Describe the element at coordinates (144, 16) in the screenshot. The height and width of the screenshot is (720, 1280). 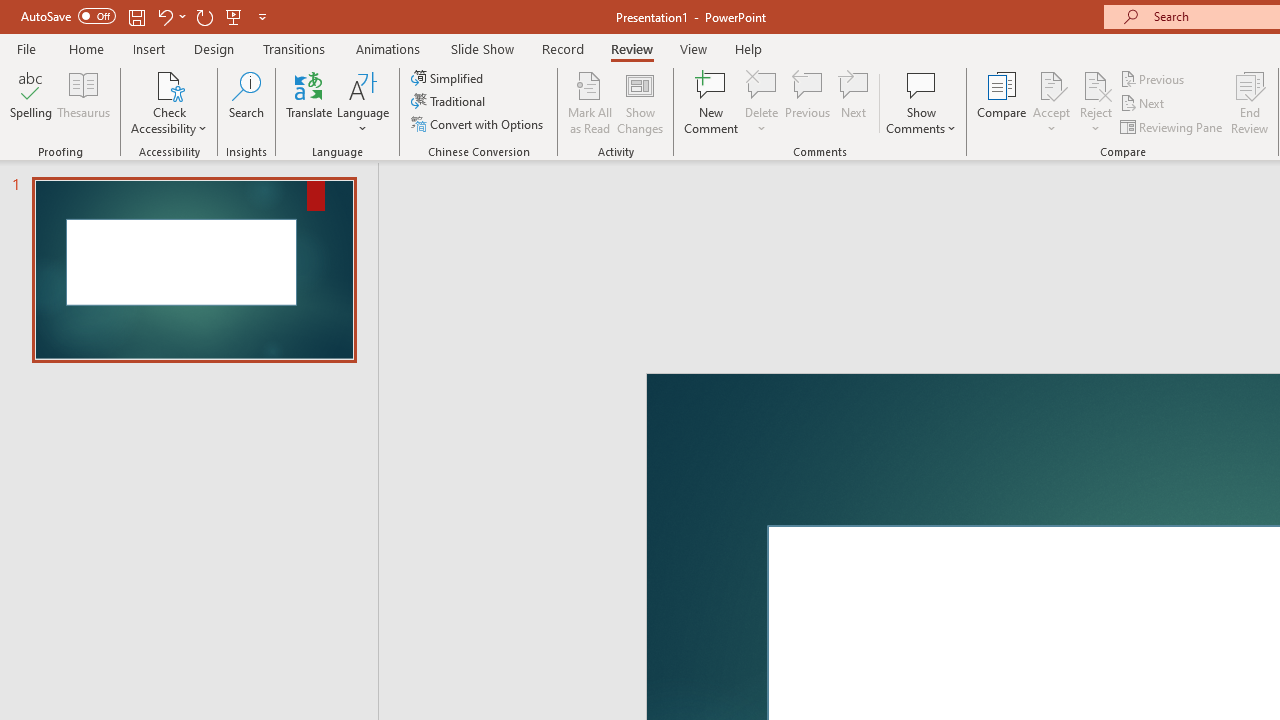
I see `'Quick Access Toolbar'` at that location.